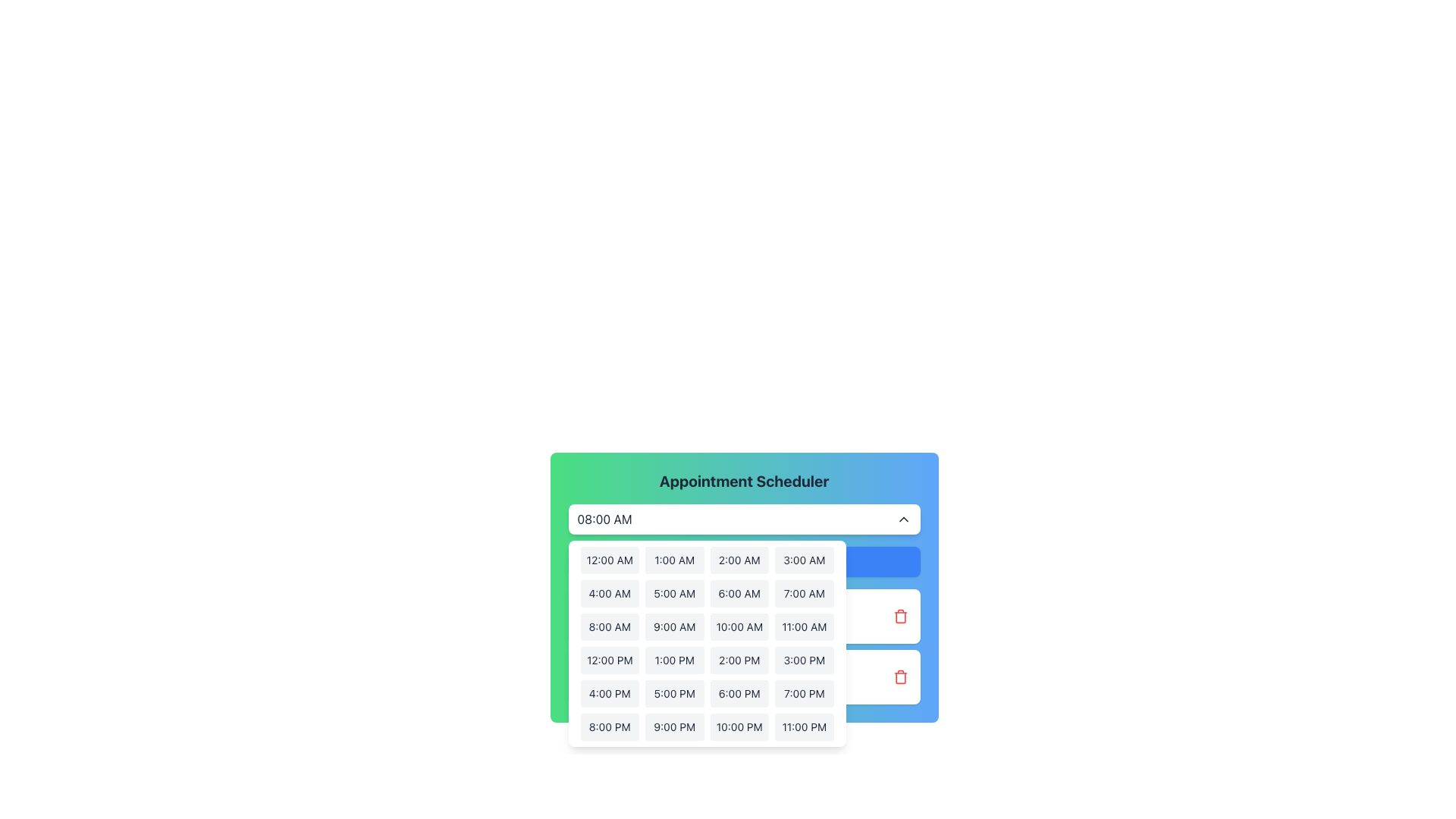 The height and width of the screenshot is (819, 1456). What do you see at coordinates (900, 676) in the screenshot?
I see `the red trash icon` at bounding box center [900, 676].